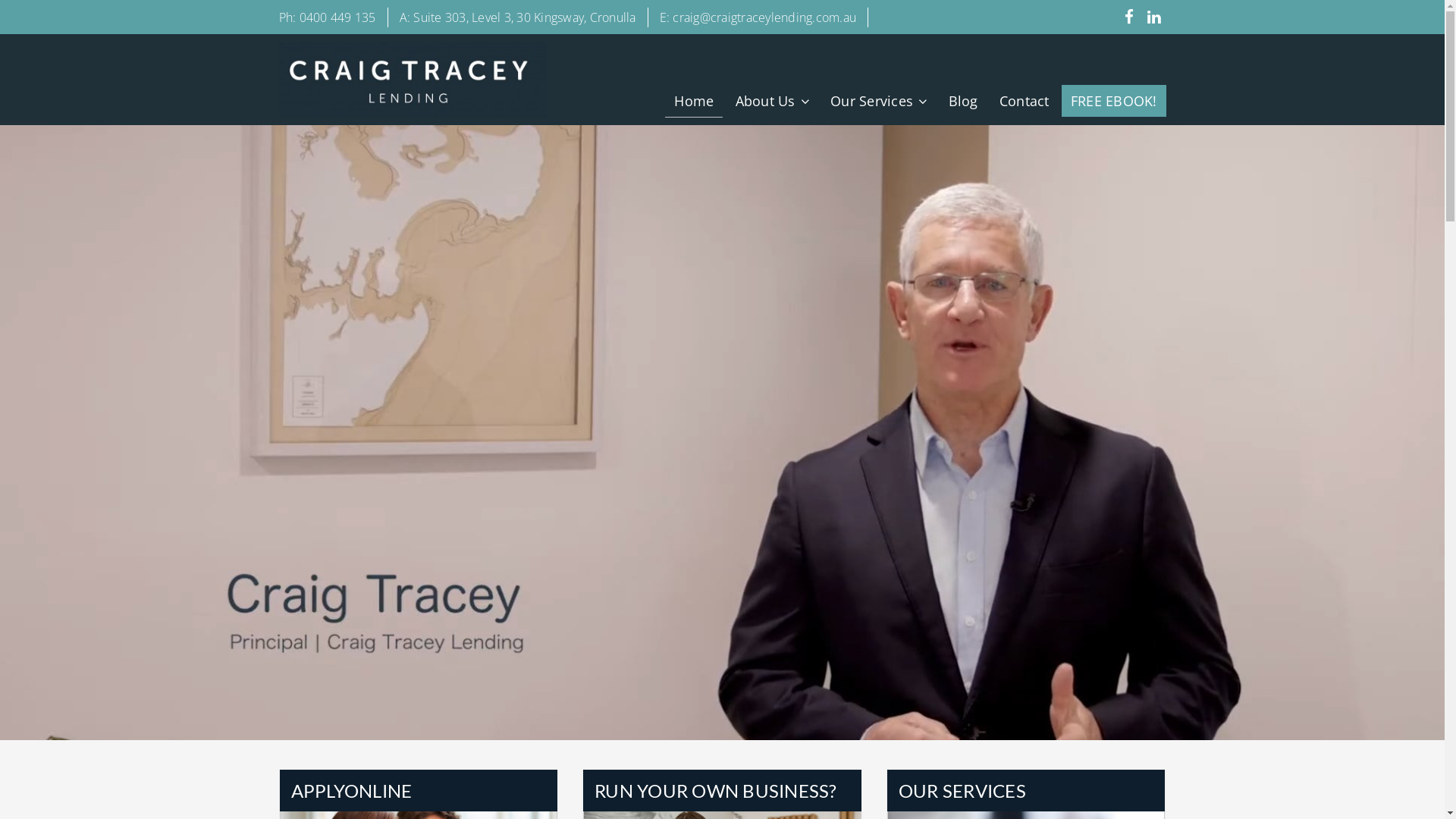 The image size is (1456, 819). I want to click on 'Ph: 0400 449 135', so click(327, 17).